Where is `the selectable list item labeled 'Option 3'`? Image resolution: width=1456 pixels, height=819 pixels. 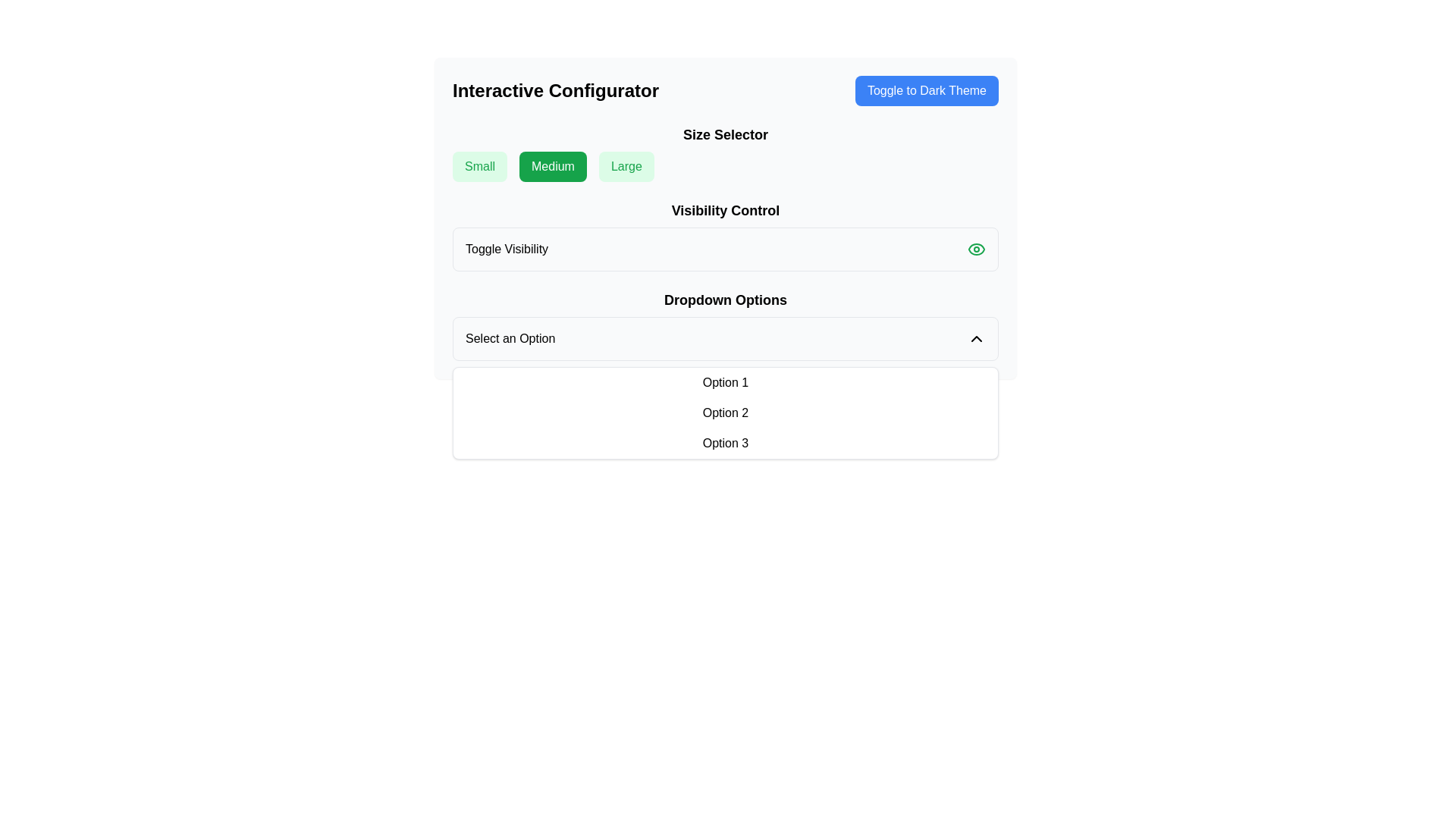
the selectable list item labeled 'Option 3' is located at coordinates (724, 444).